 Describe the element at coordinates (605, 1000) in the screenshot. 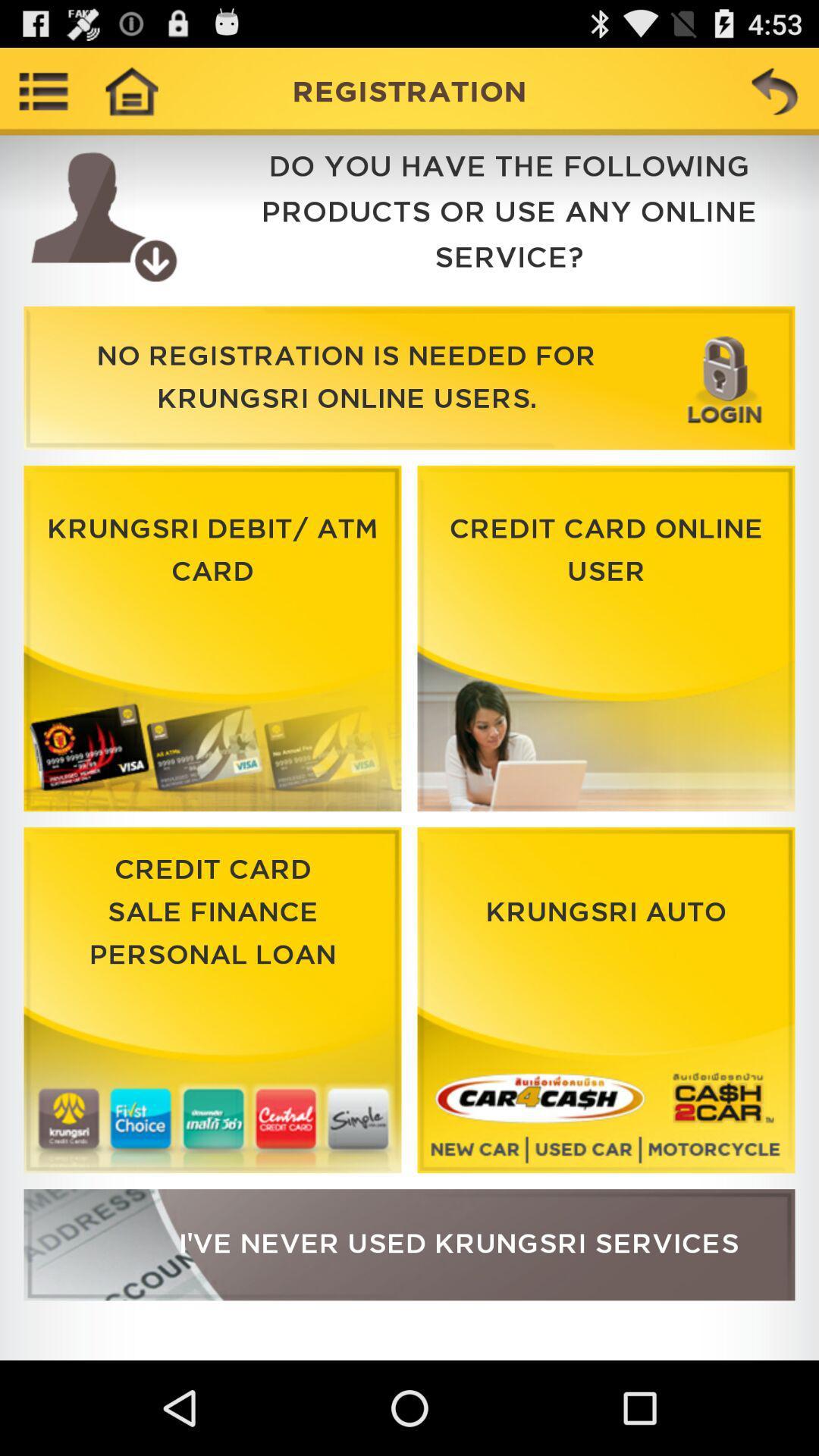

I see `click on option` at that location.